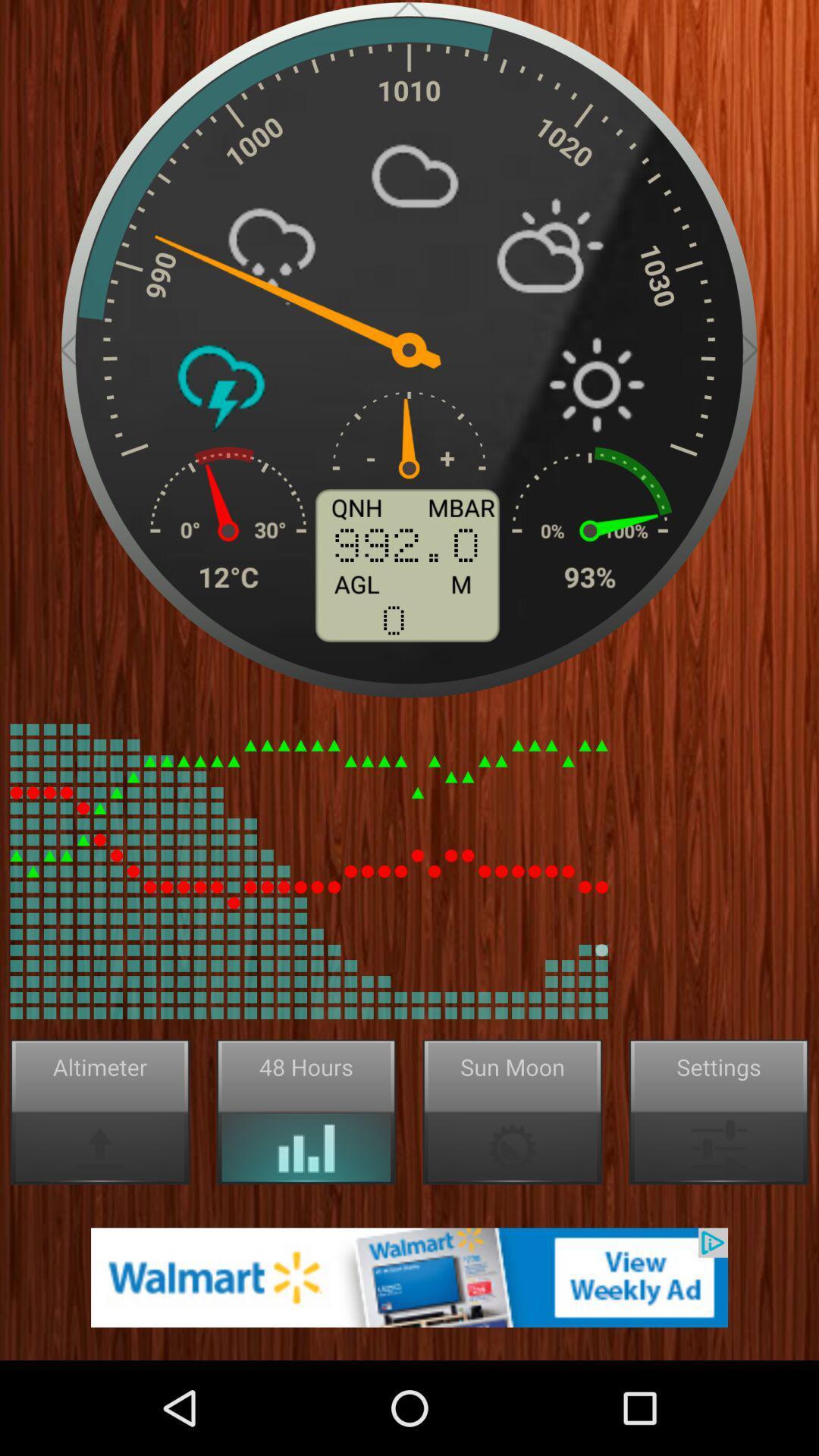 The width and height of the screenshot is (819, 1456). What do you see at coordinates (409, 1276) in the screenshot?
I see `advertisement page` at bounding box center [409, 1276].